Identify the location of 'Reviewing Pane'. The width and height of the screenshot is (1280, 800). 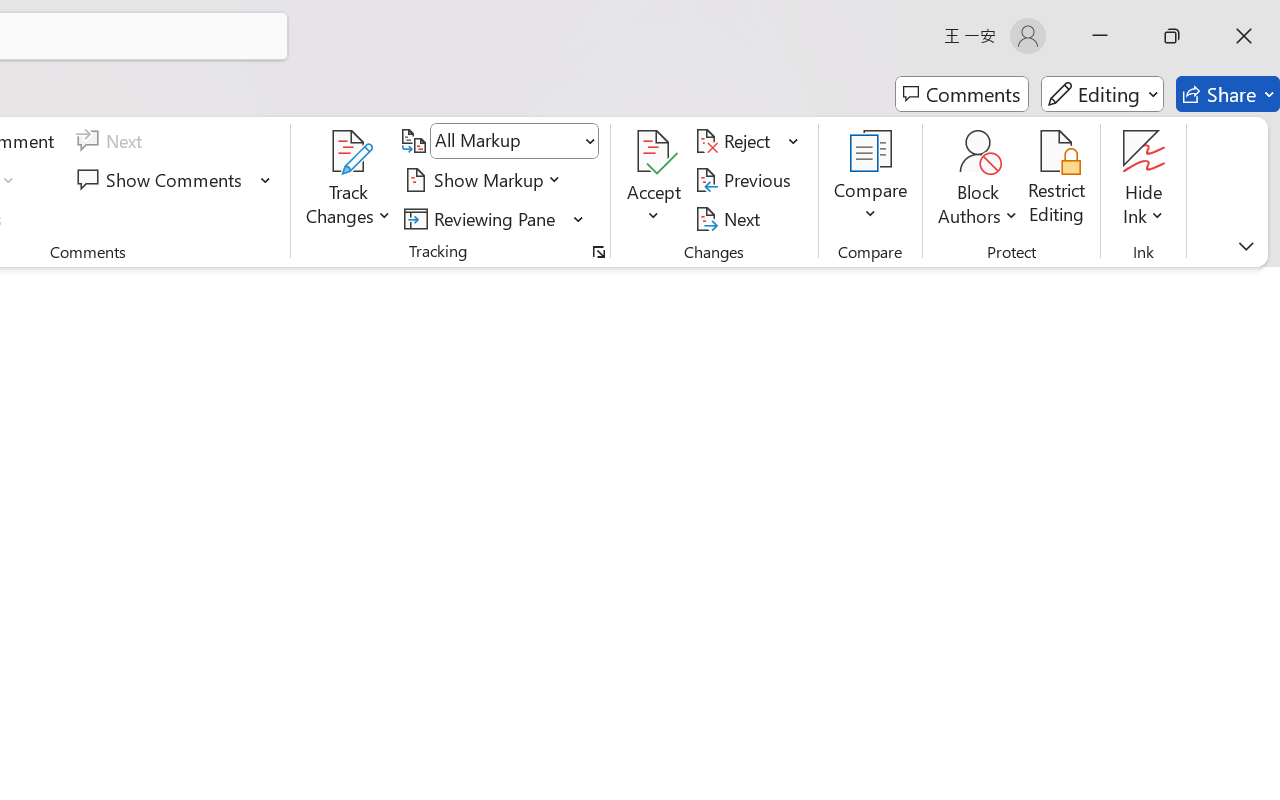
(483, 218).